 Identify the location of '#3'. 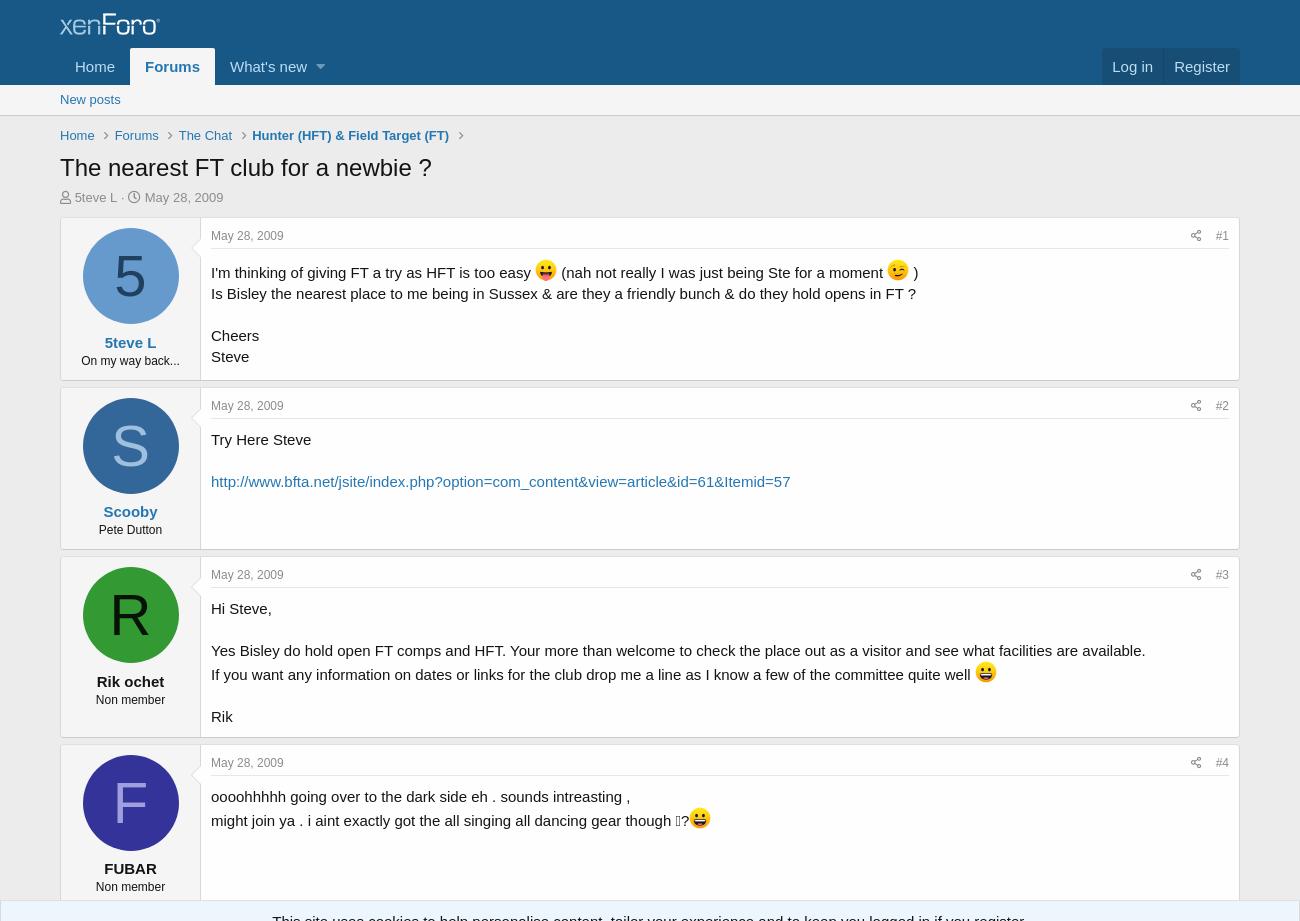
(1213, 573).